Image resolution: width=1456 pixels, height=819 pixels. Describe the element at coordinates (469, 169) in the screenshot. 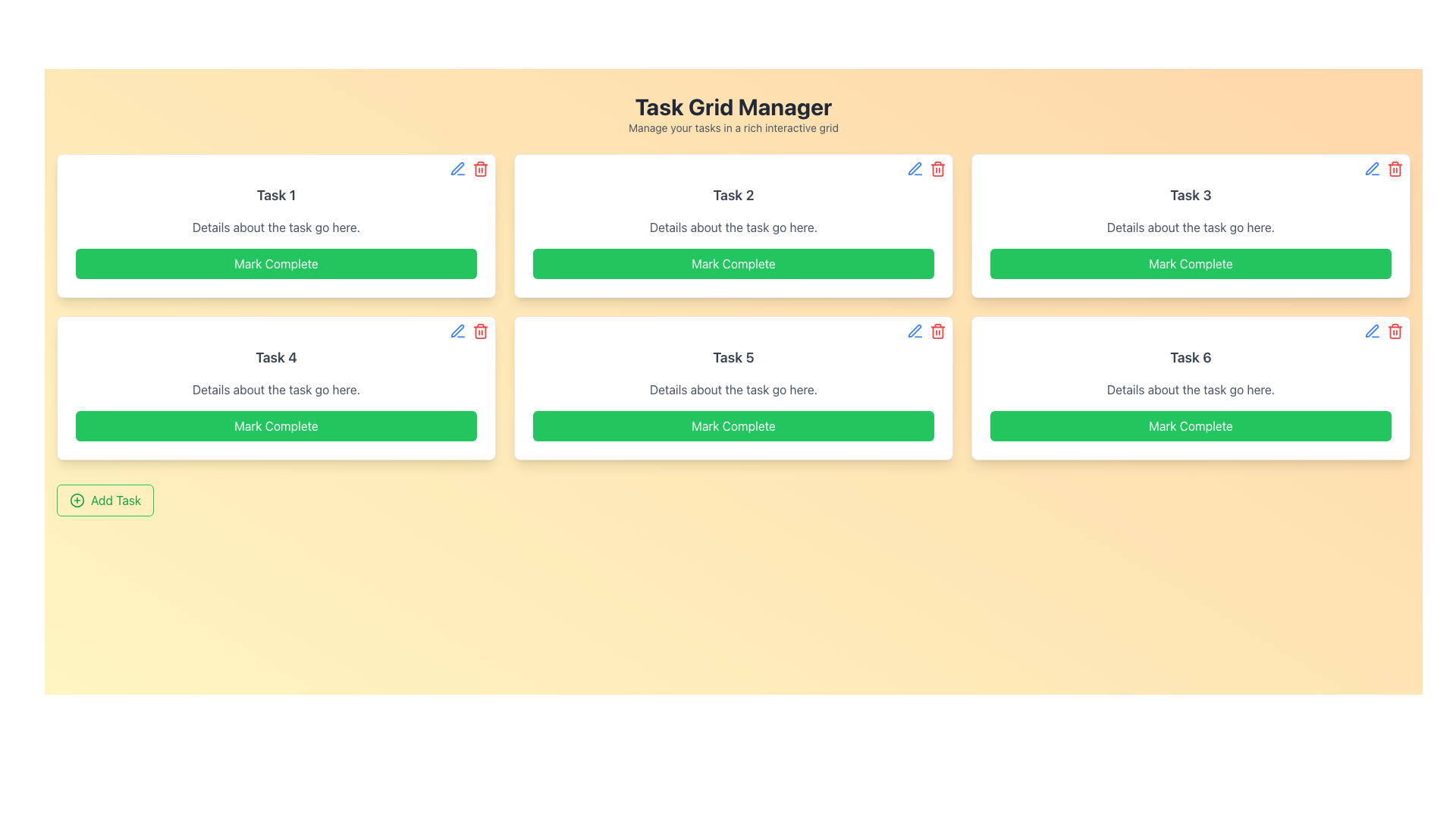

I see `the blue icon in the group of two button-like icons located at the top-right corner of the card labeled 'Task 1' to initiate the editing process` at that location.